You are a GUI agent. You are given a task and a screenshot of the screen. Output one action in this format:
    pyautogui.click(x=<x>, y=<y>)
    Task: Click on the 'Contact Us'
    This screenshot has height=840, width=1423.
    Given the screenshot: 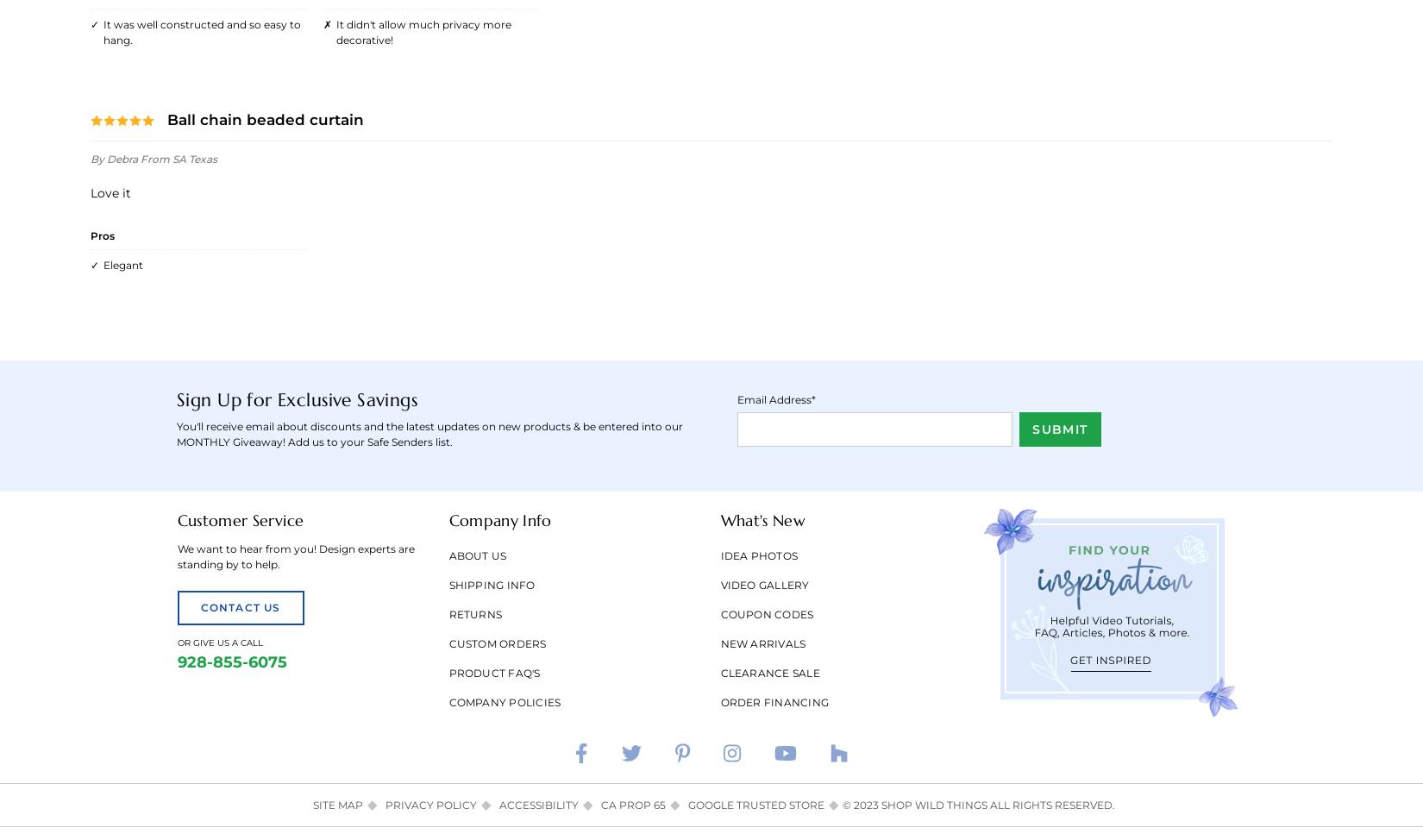 What is the action you would take?
    pyautogui.click(x=199, y=606)
    